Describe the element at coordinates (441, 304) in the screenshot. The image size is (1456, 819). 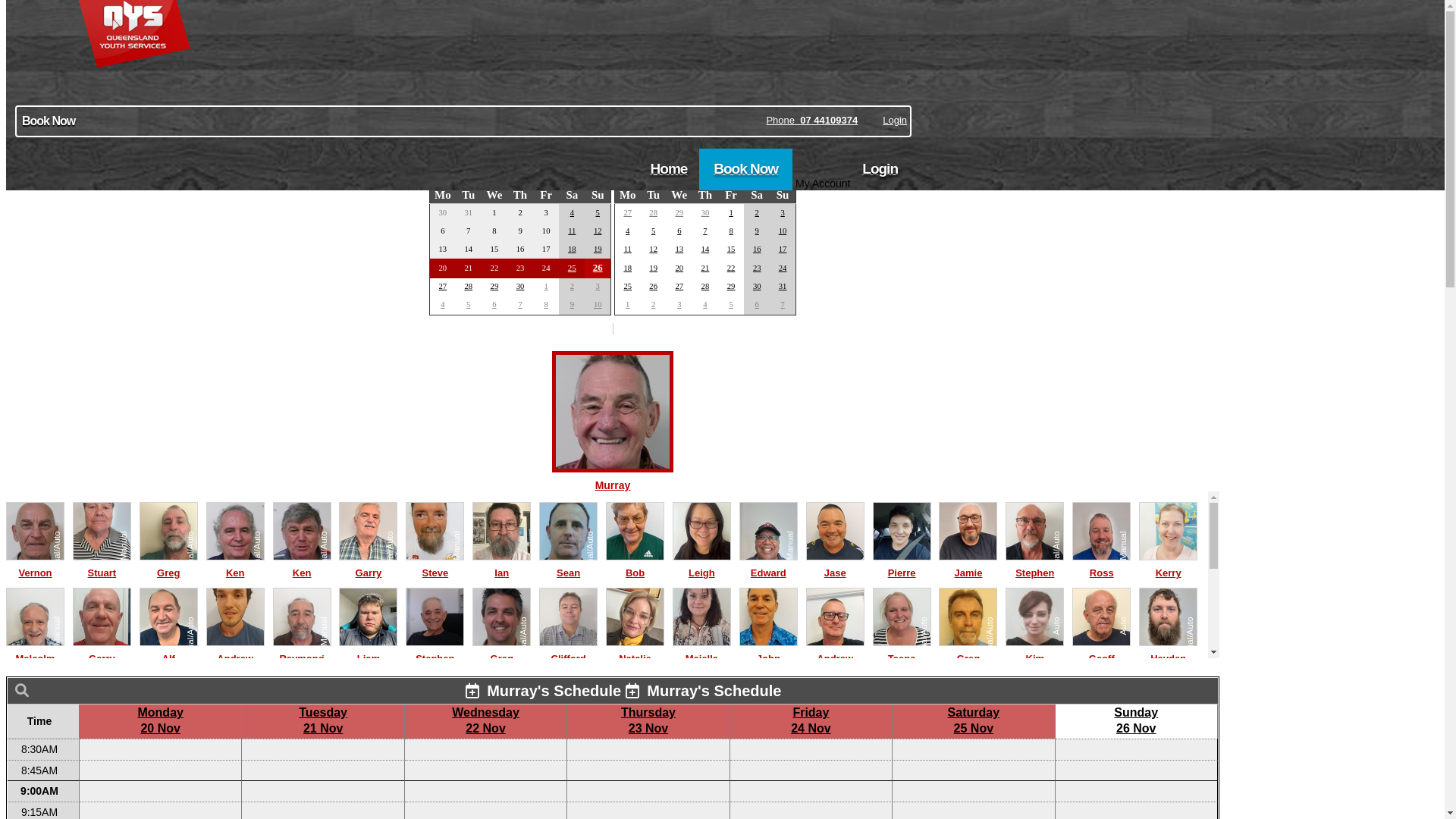
I see `'4'` at that location.